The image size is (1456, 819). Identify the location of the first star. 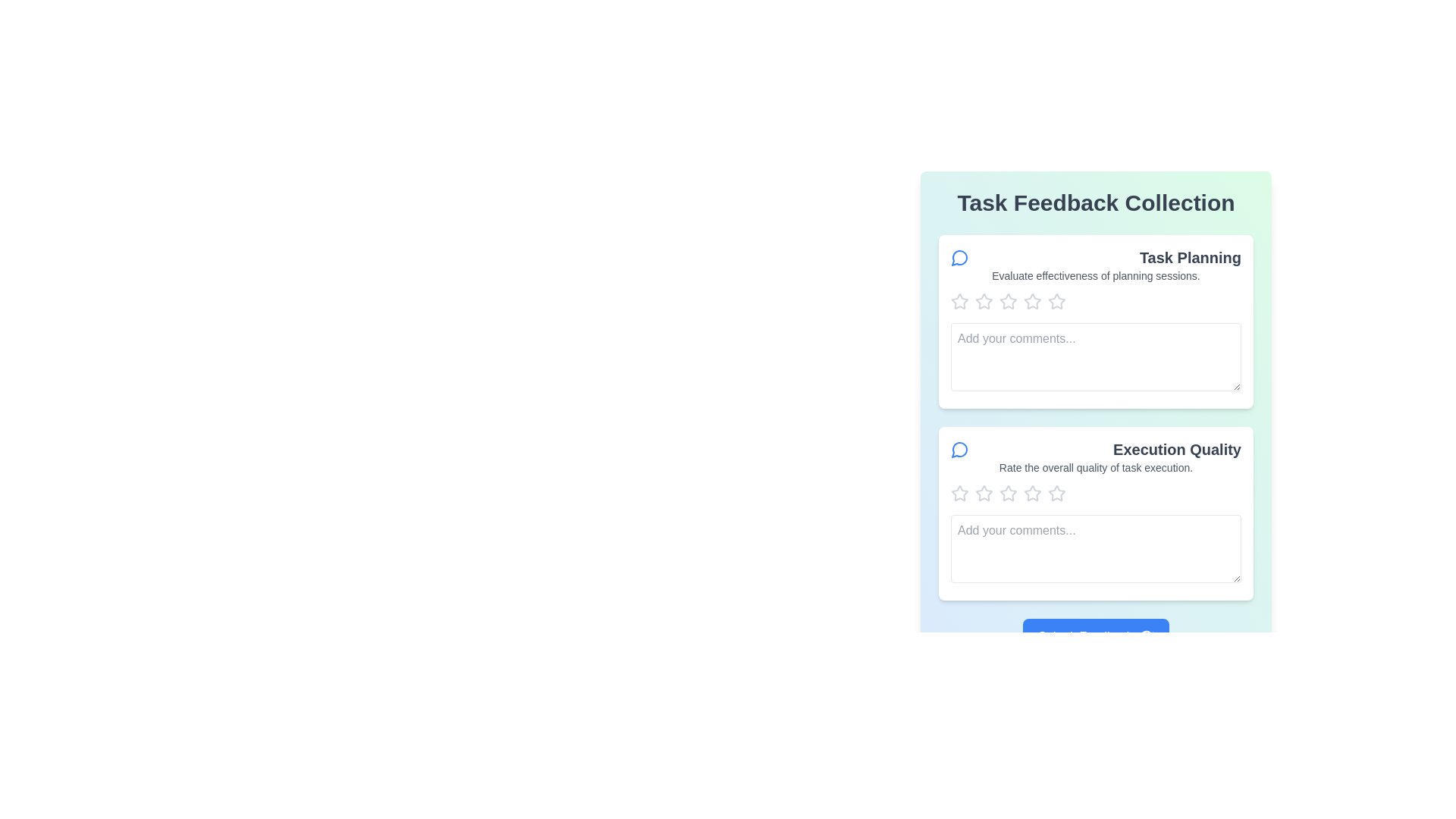
(984, 301).